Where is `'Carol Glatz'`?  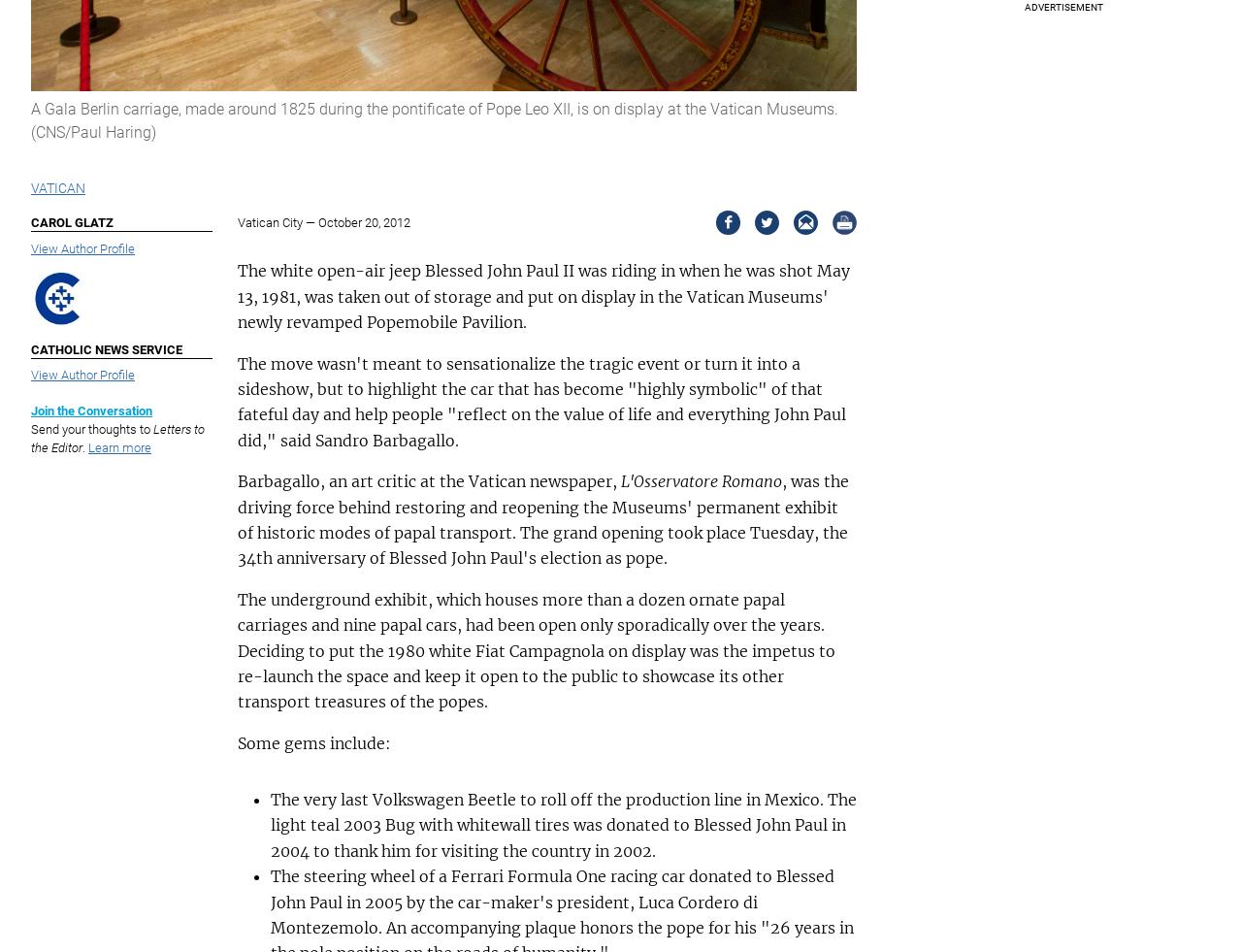 'Carol Glatz' is located at coordinates (72, 221).